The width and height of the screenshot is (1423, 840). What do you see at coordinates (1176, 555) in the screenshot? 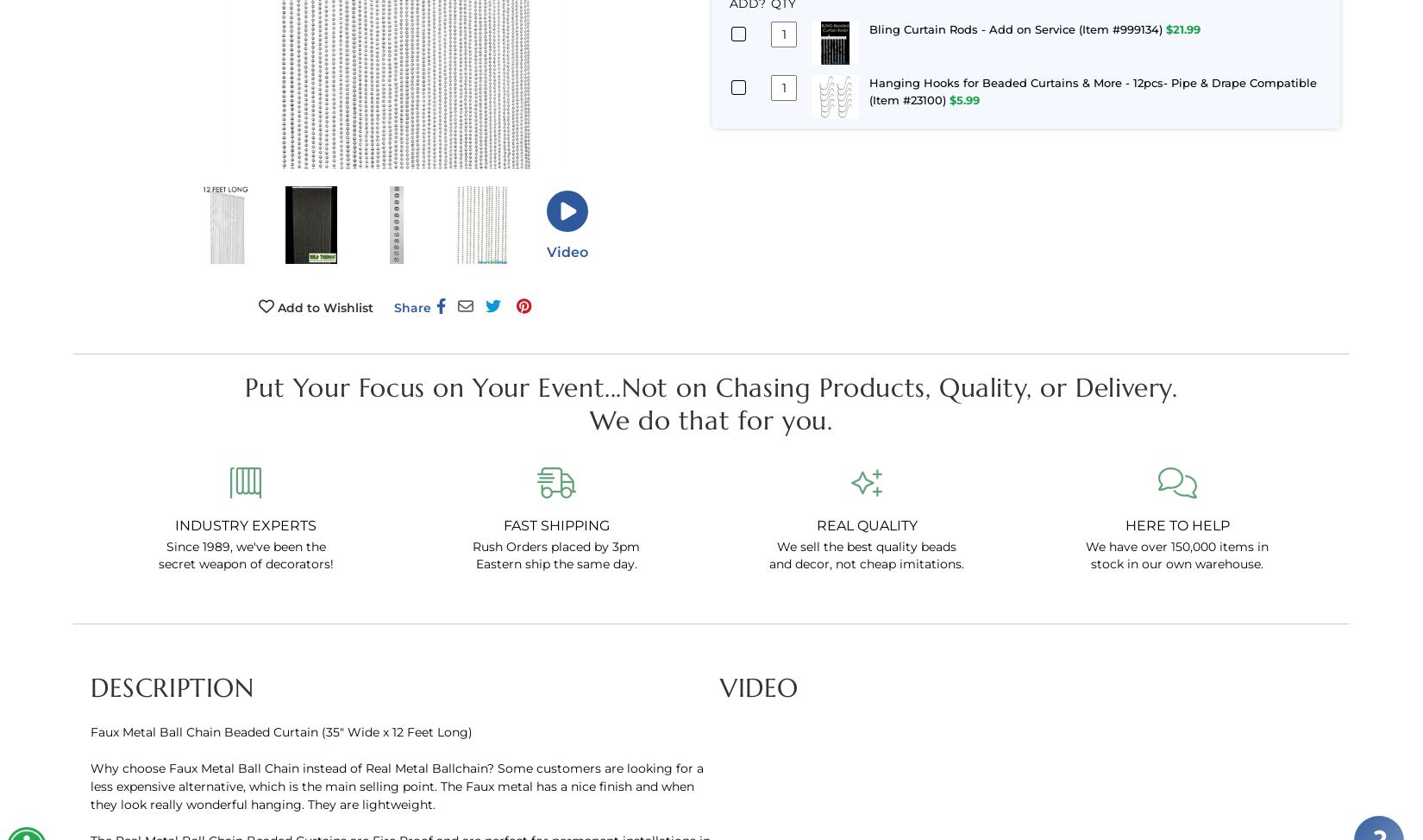
I see `'We have over 150,000 items in stock in our own warehouse.'` at bounding box center [1176, 555].